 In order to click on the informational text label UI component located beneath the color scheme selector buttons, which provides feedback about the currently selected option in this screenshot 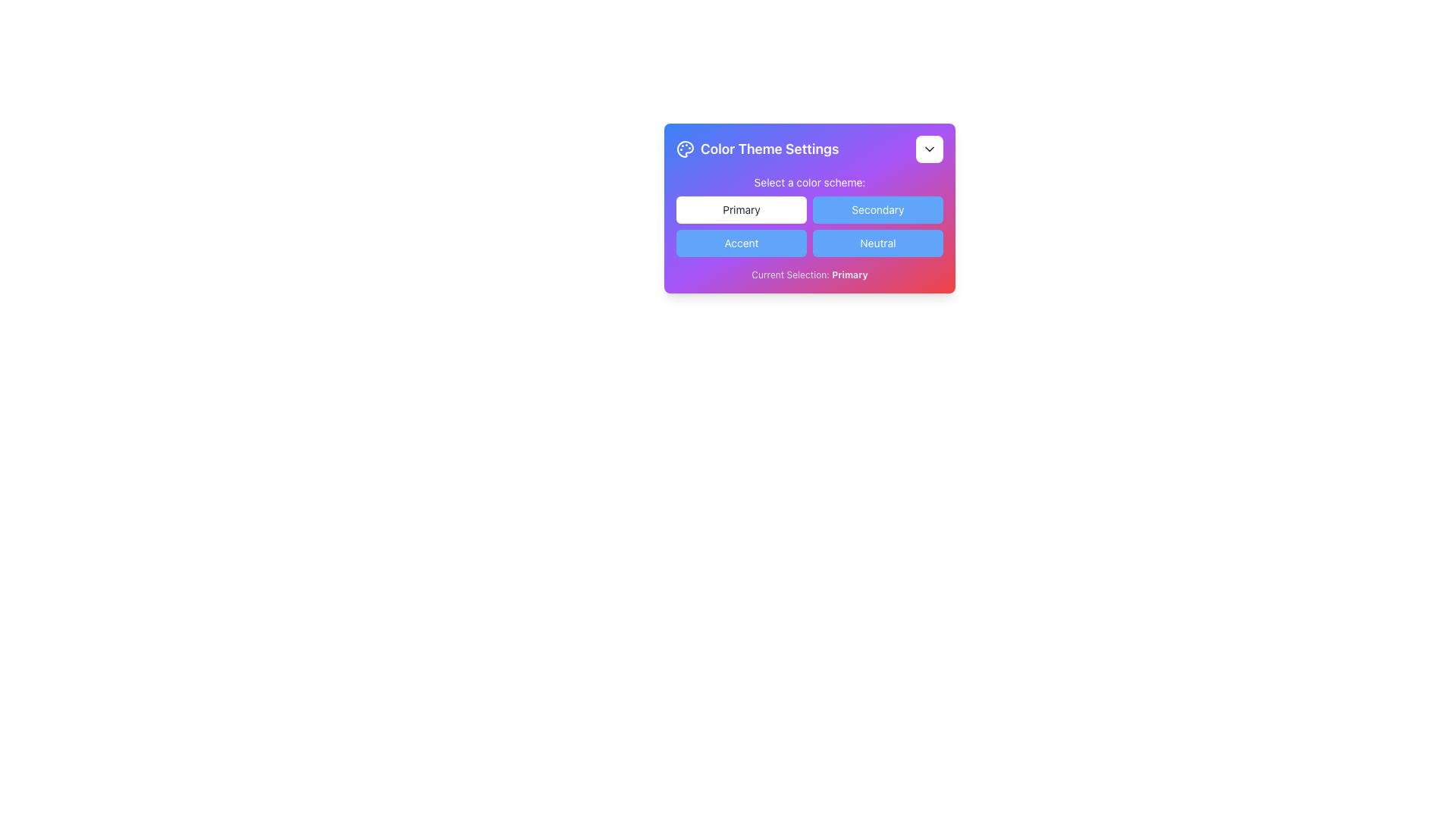, I will do `click(809, 275)`.